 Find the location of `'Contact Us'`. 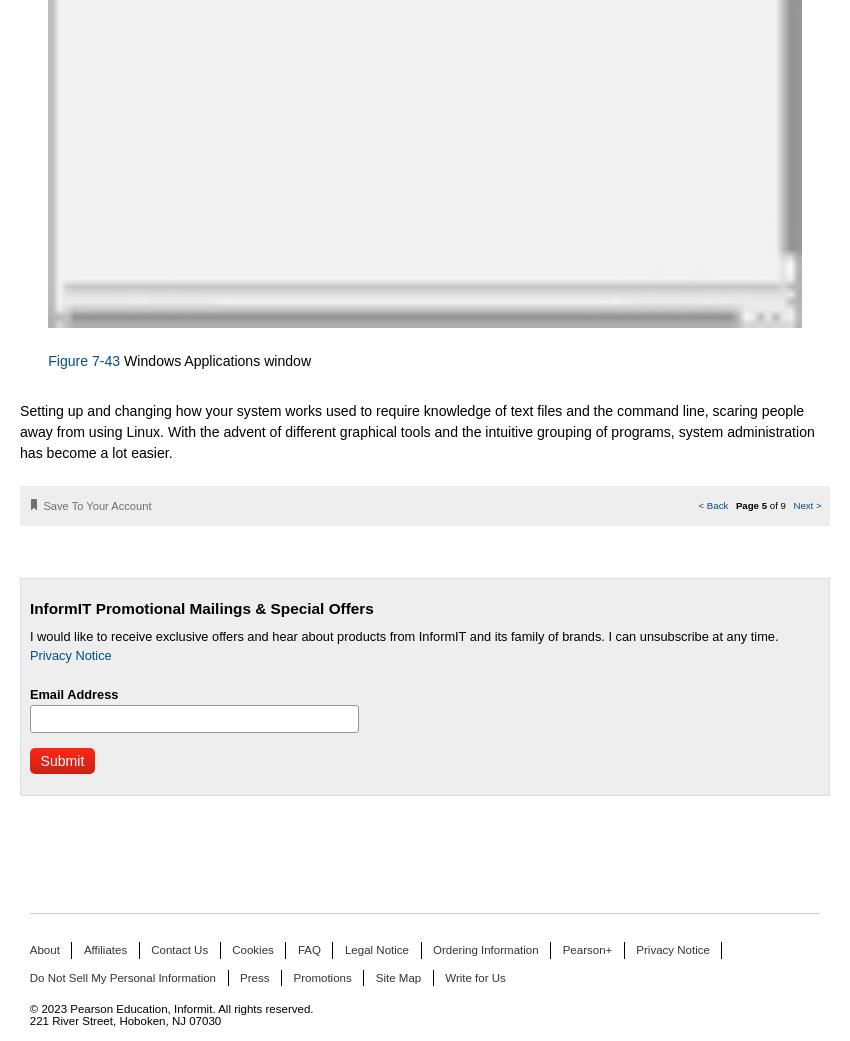

'Contact Us' is located at coordinates (178, 950).